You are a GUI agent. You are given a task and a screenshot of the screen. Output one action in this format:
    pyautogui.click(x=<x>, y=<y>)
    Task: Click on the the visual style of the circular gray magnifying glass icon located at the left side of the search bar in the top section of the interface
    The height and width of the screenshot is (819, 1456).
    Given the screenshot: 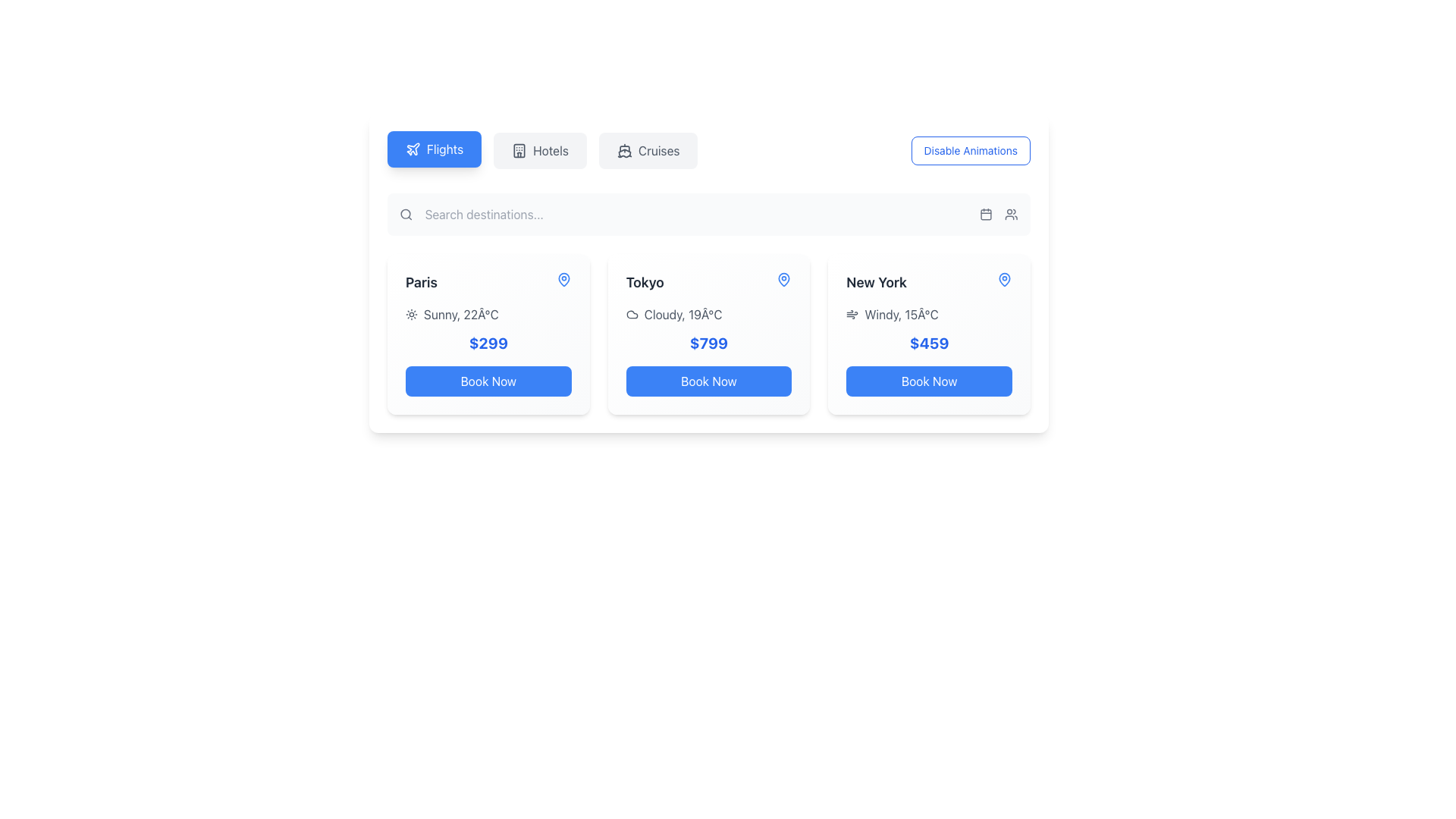 What is the action you would take?
    pyautogui.click(x=406, y=214)
    